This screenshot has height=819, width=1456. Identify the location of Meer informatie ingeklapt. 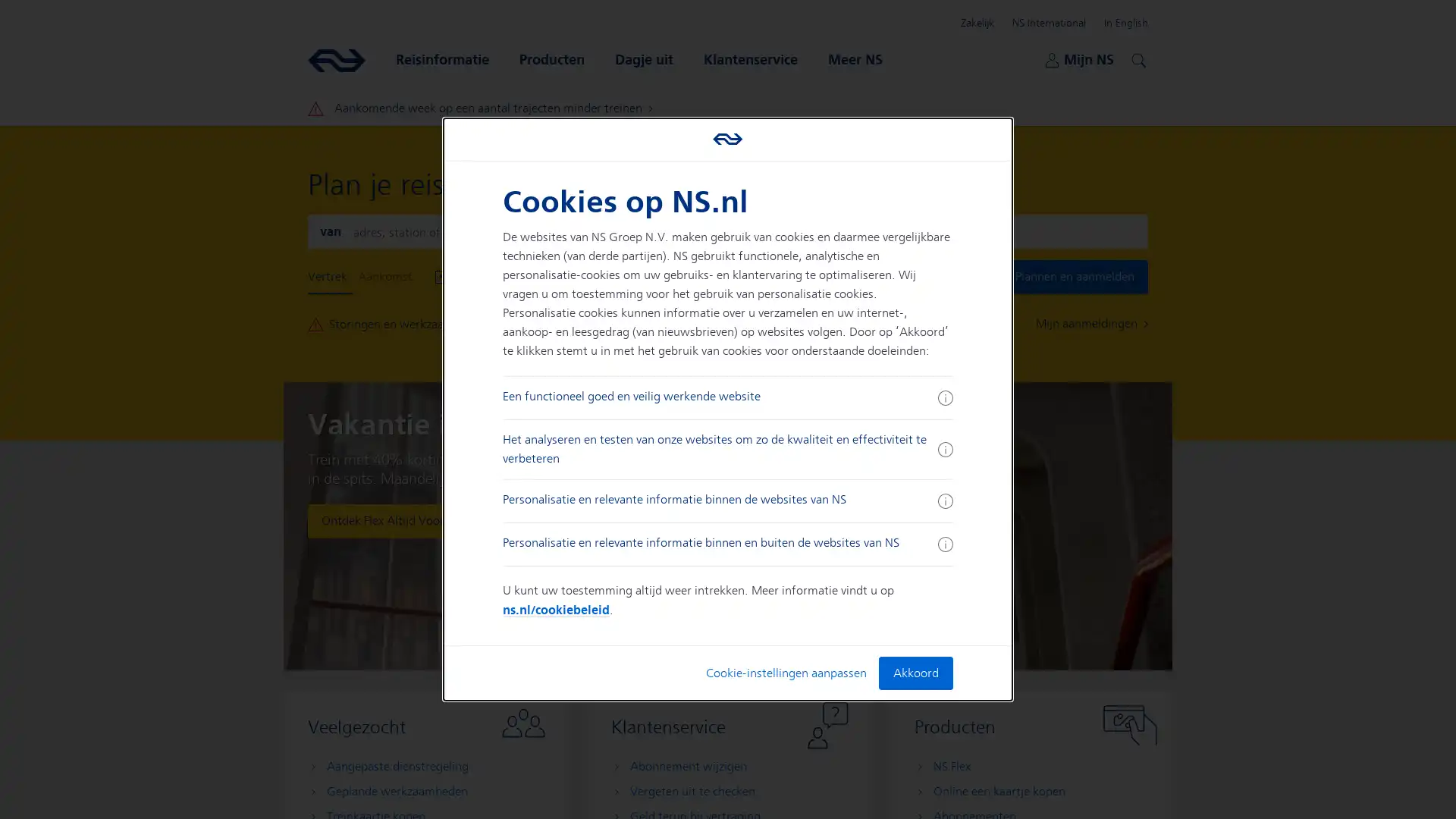
(944, 500).